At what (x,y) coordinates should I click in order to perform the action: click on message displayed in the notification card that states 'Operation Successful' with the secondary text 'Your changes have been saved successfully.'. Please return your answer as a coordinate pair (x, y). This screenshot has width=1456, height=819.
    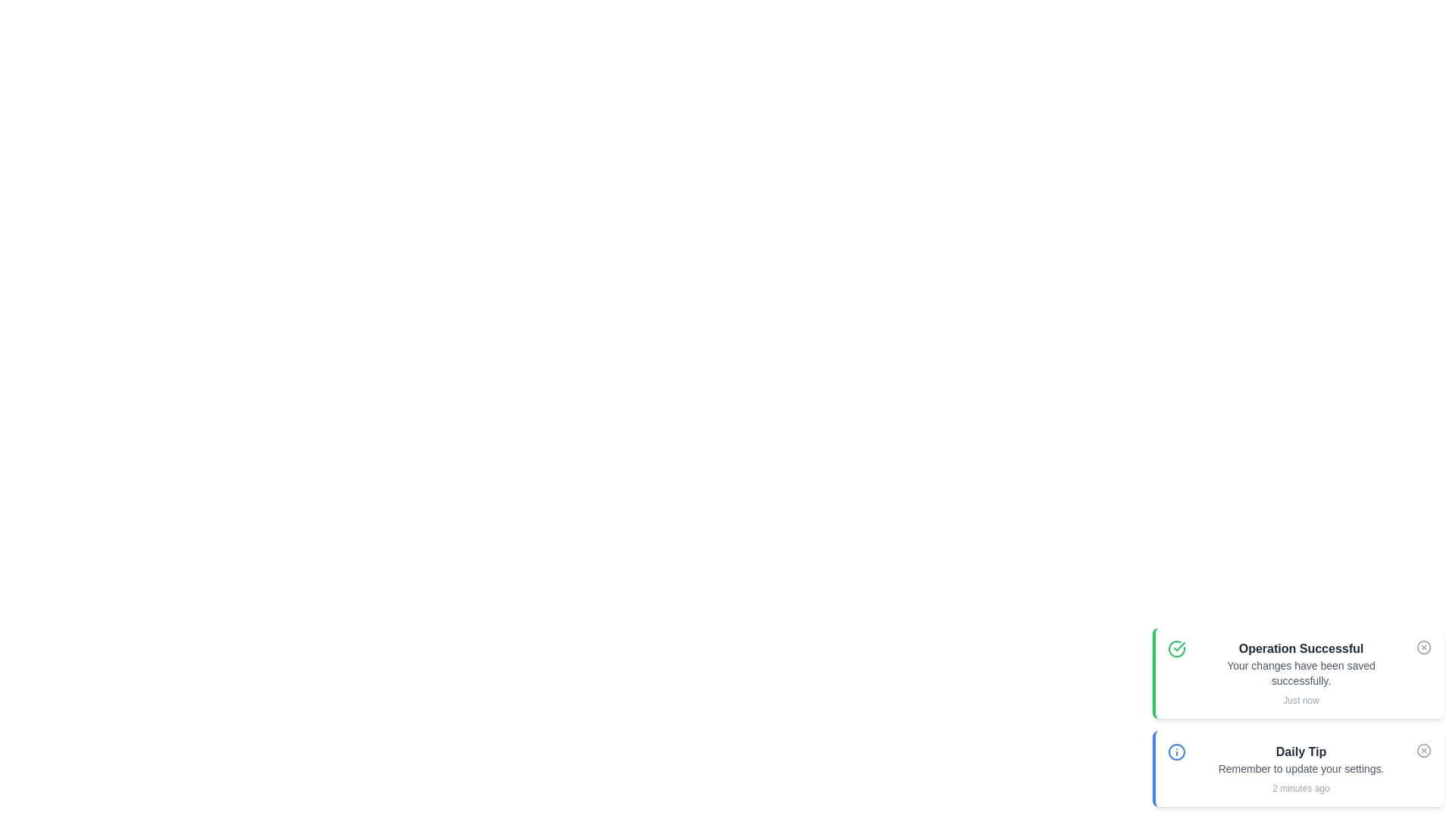
    Looking at the image, I should click on (1301, 672).